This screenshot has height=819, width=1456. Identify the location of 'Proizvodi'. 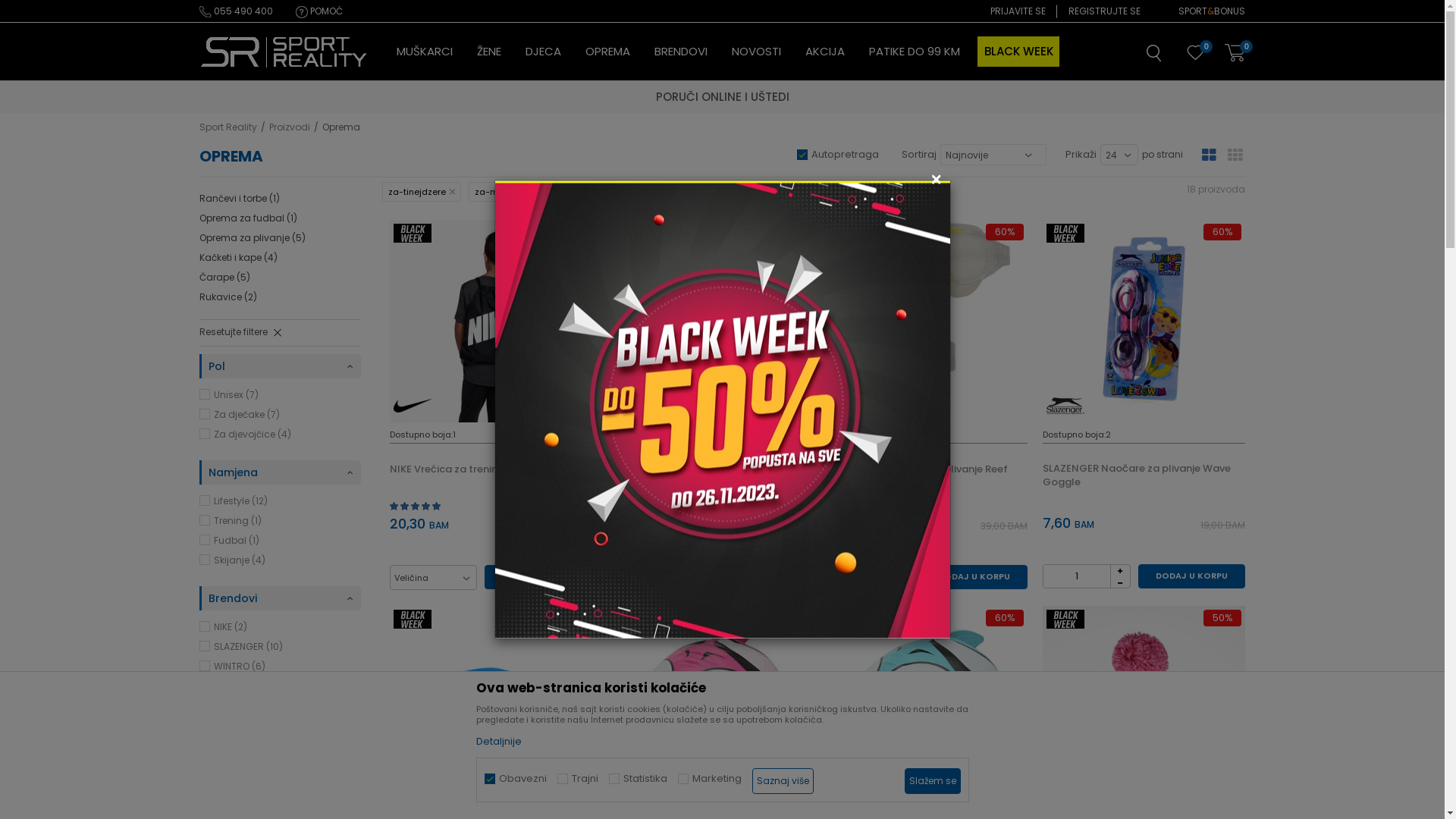
(288, 126).